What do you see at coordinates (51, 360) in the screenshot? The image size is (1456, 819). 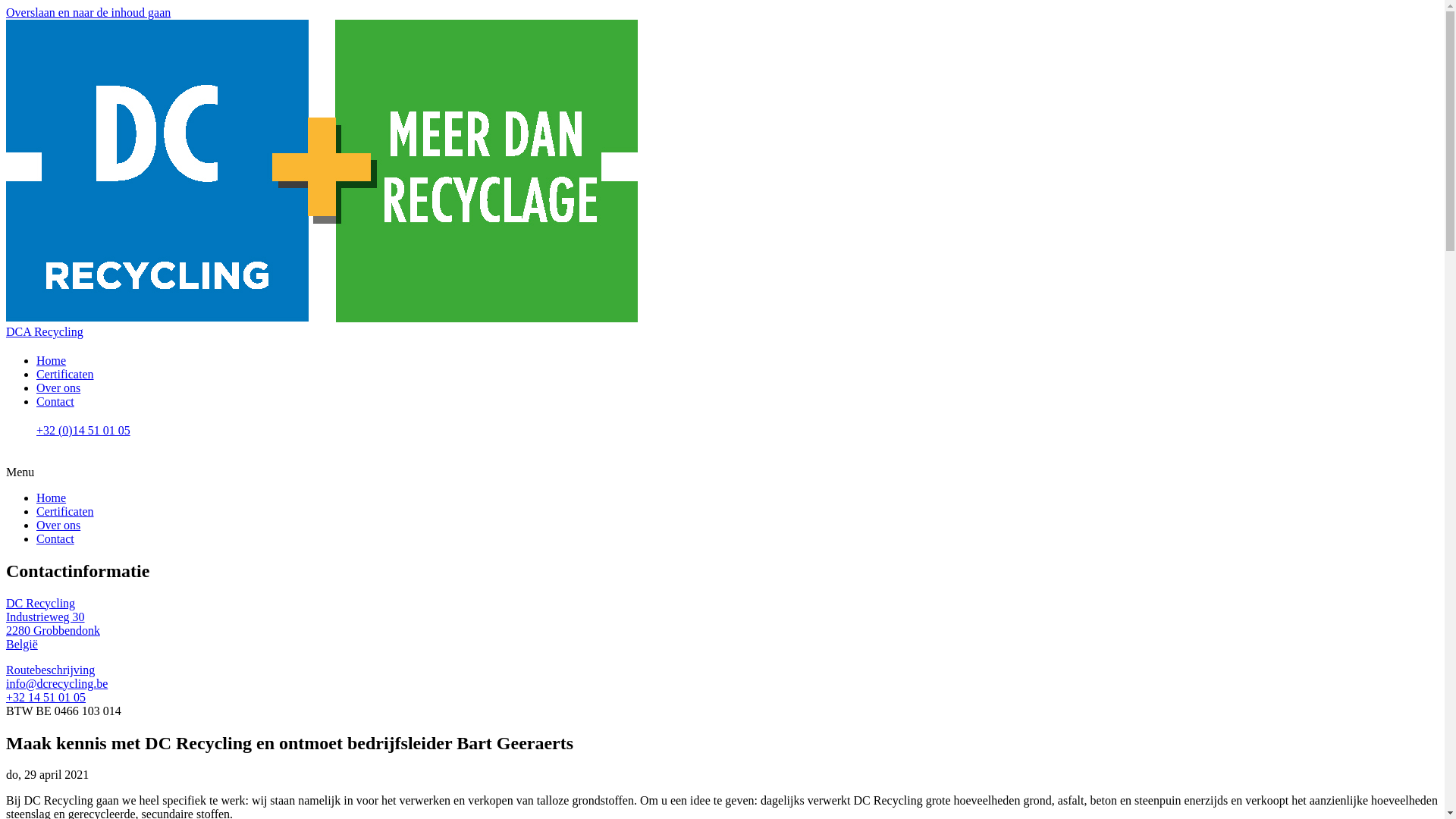 I see `'Home'` at bounding box center [51, 360].